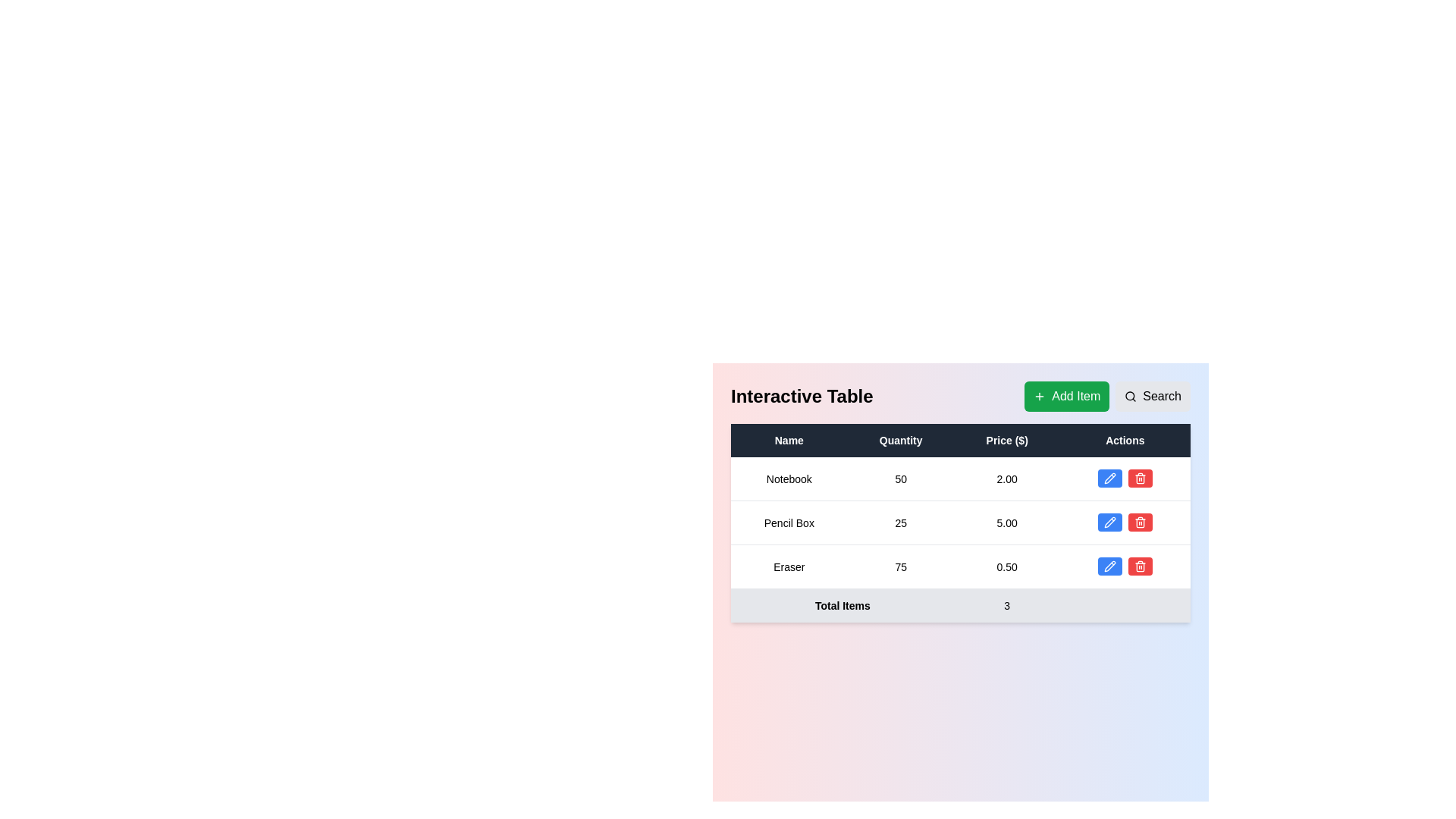  What do you see at coordinates (1109, 566) in the screenshot?
I see `the edit icon button located in the 'Actions' column of the last row in the table to trigger a tooltip or visual feedback` at bounding box center [1109, 566].